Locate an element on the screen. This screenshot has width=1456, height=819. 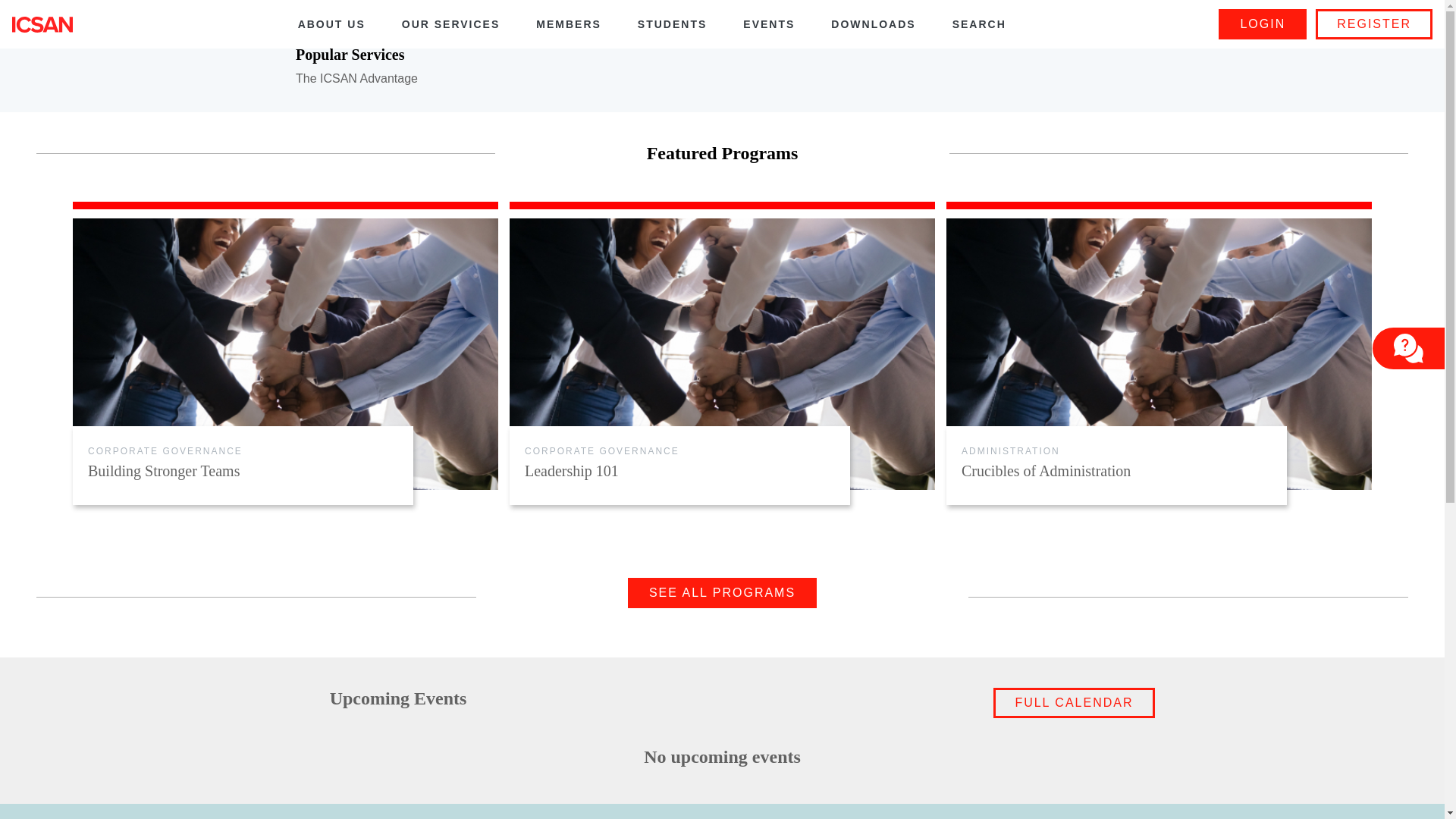
'REGISTER' is located at coordinates (1374, 24).